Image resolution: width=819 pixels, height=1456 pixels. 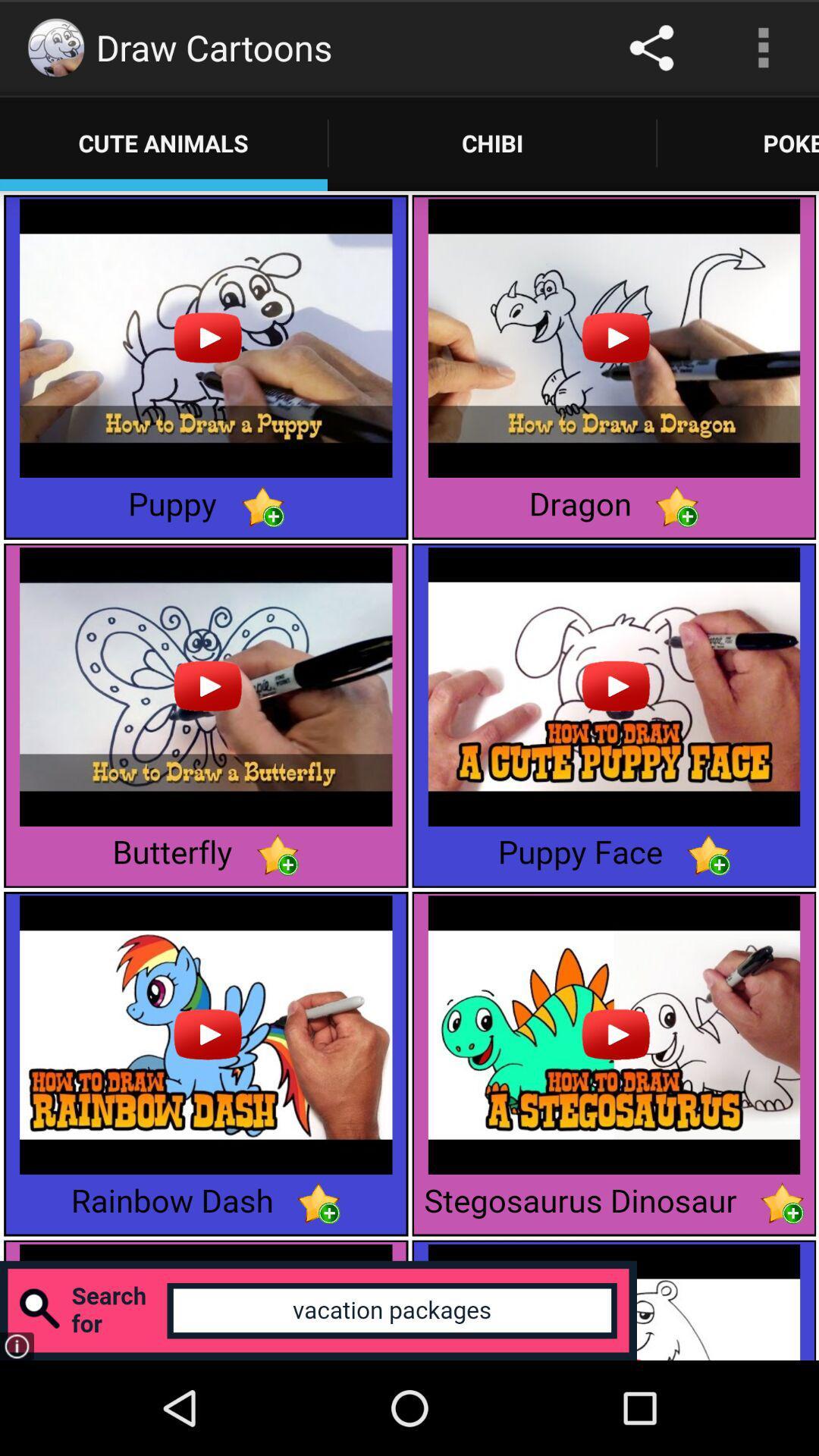 What do you see at coordinates (318, 1310) in the screenshot?
I see `search bar` at bounding box center [318, 1310].